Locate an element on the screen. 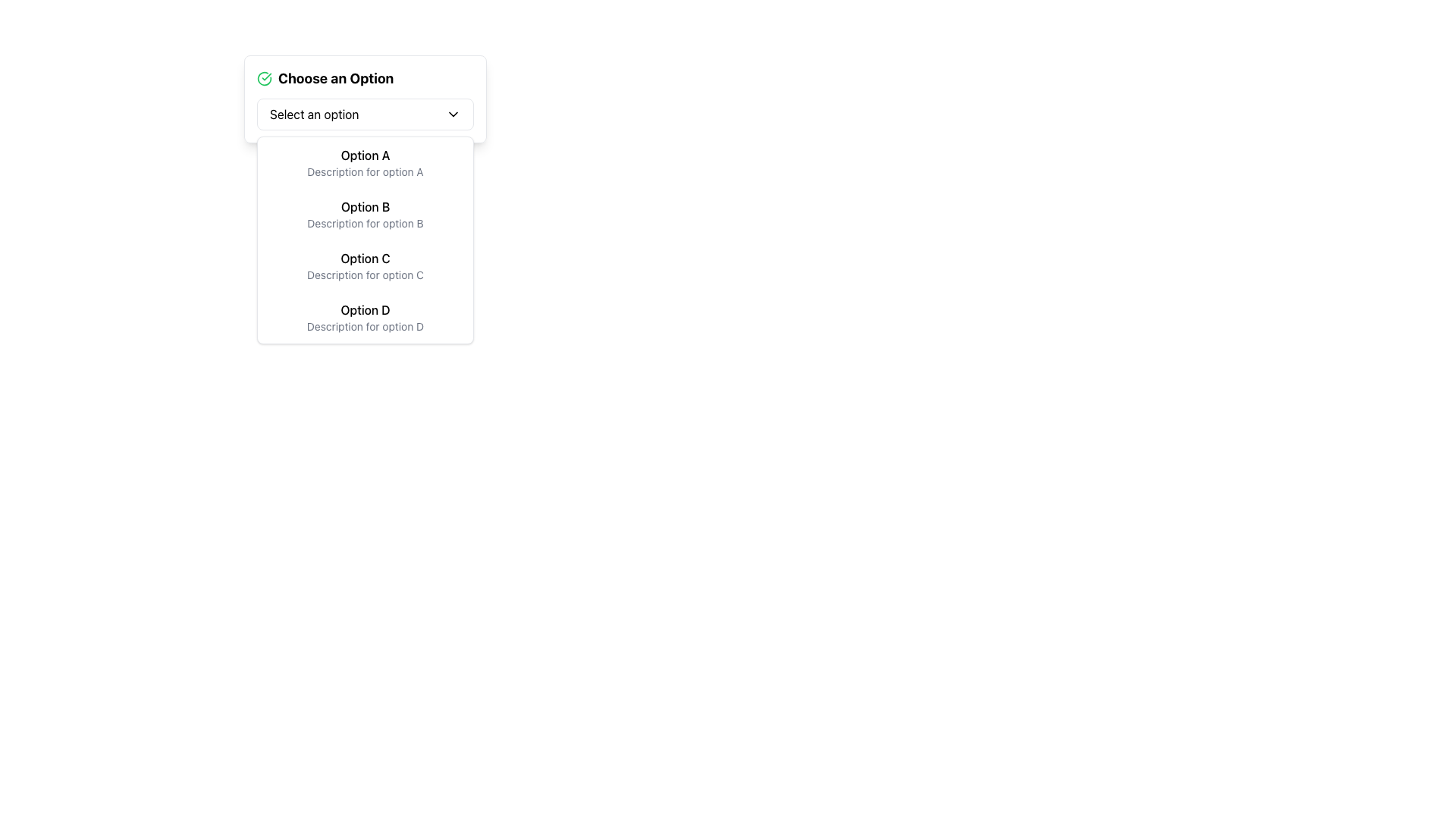 Image resolution: width=1456 pixels, height=819 pixels. the dropdown toggle icon on the far right of the 'Select an option' text is located at coordinates (453, 113).